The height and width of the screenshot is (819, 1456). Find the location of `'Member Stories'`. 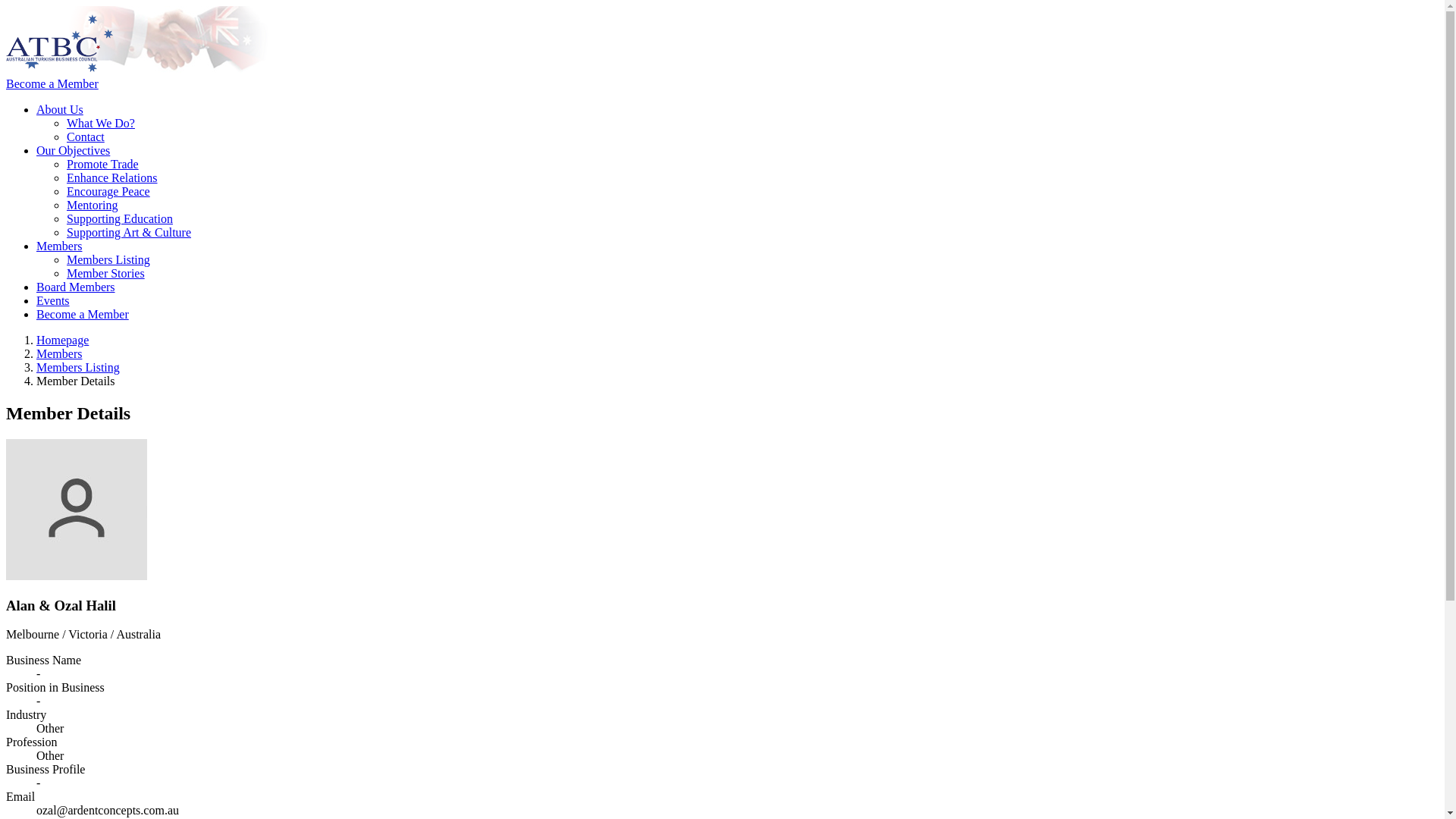

'Member Stories' is located at coordinates (105, 273).